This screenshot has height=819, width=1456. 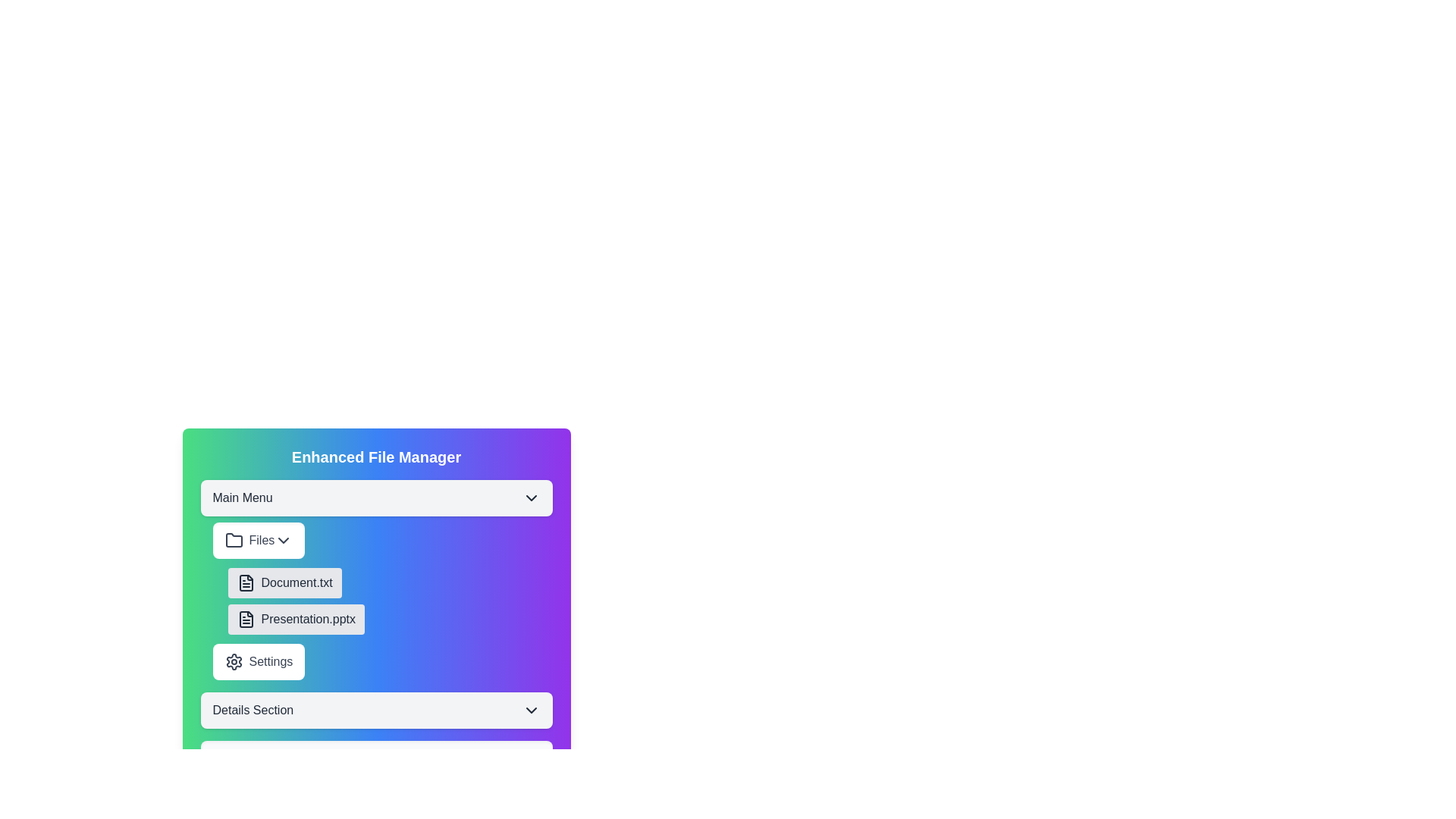 What do you see at coordinates (233, 661) in the screenshot?
I see `the 'Settings' button, which contains a gear icon representing settings` at bounding box center [233, 661].